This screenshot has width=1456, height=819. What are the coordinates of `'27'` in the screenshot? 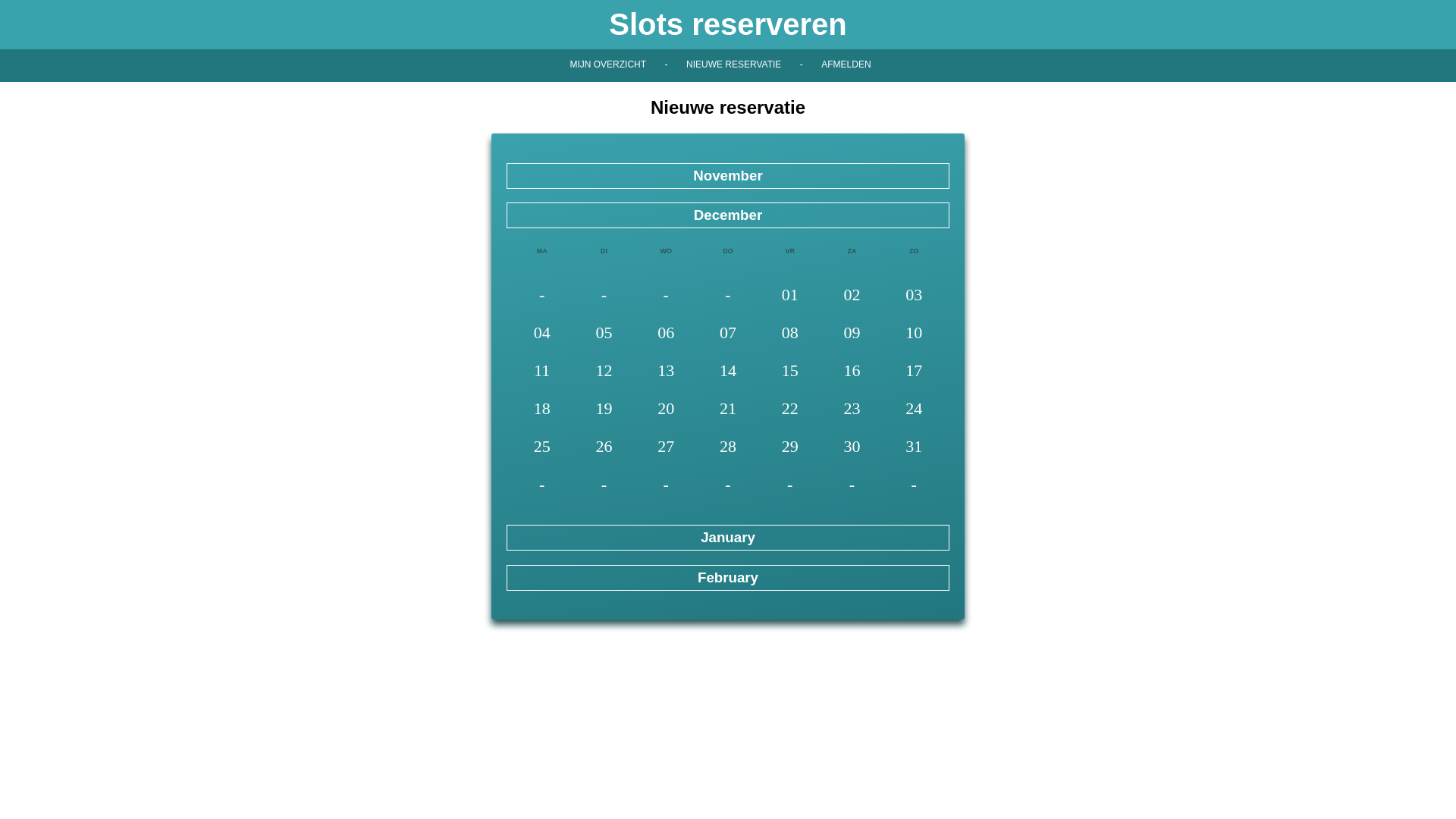 It's located at (666, 447).